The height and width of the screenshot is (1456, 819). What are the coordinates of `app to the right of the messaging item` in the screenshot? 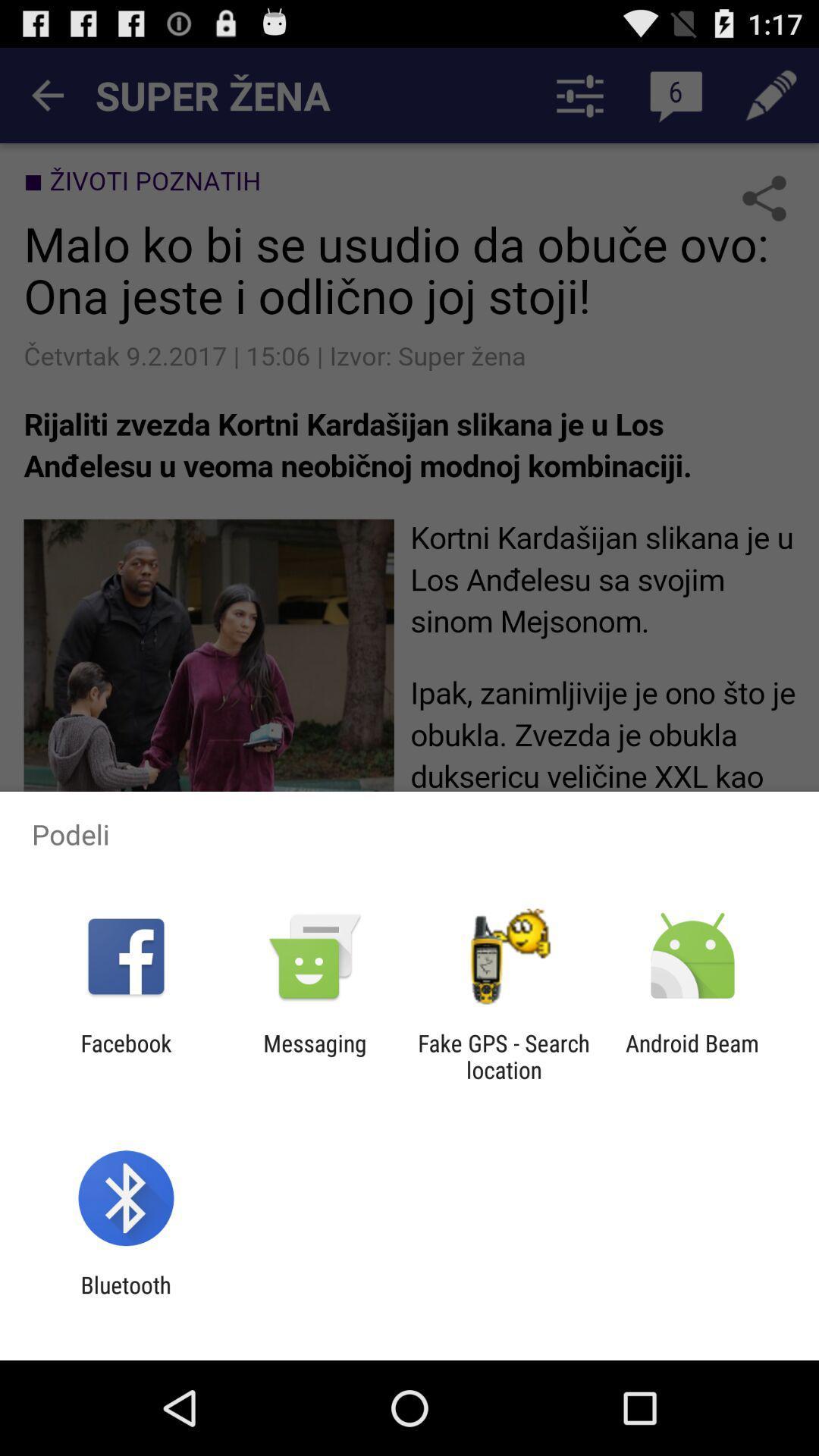 It's located at (504, 1056).